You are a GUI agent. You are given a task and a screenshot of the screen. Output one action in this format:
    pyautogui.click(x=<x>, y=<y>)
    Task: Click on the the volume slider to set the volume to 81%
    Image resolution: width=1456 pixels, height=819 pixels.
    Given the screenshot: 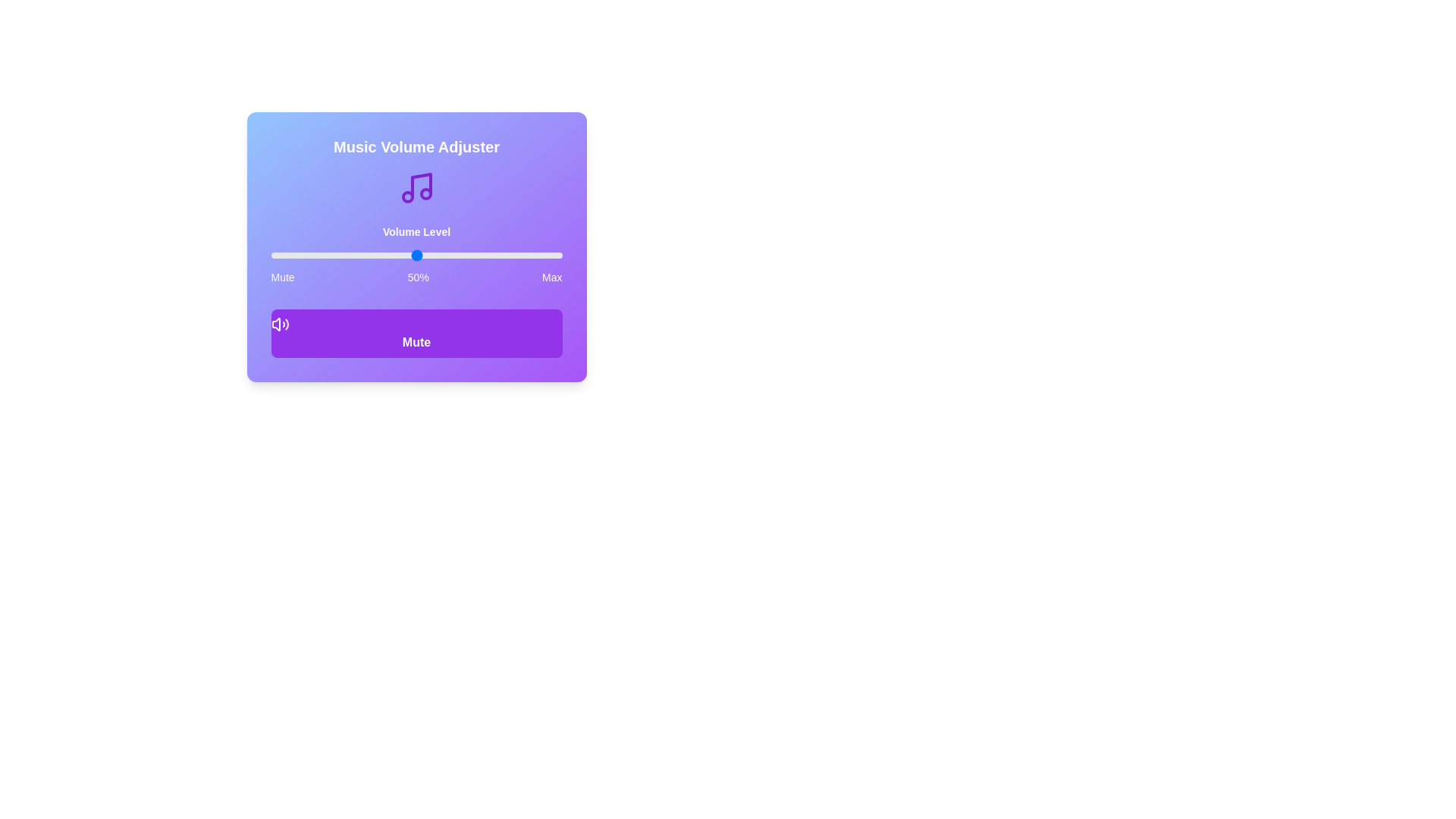 What is the action you would take?
    pyautogui.click(x=507, y=254)
    